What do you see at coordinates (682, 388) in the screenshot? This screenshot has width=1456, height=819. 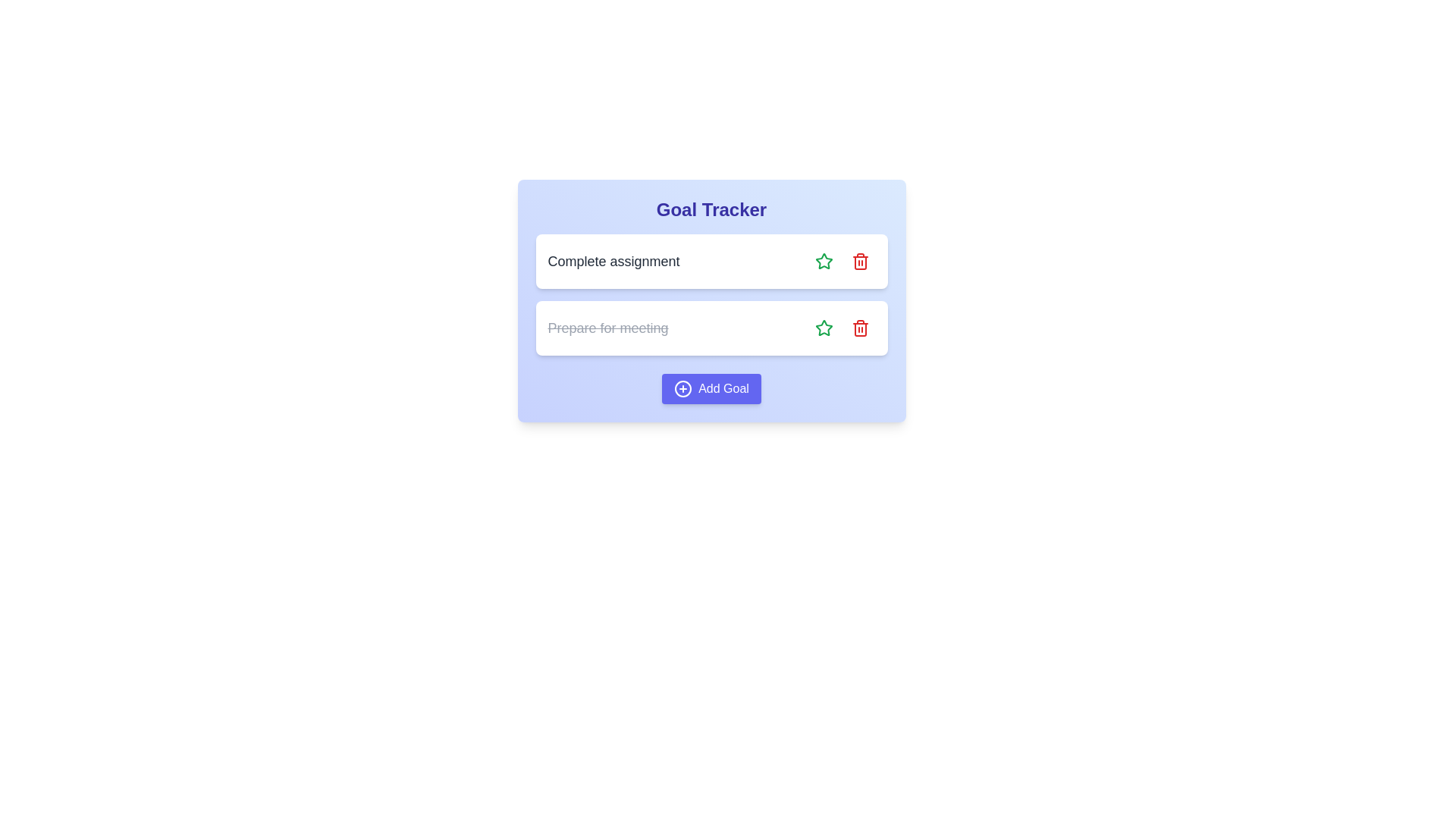 I see `the circular graphic icon with a blue background and a white outline that features a plus sign at its center, located to the left of the 'Add Goal' text within the 'Add Goal' button` at bounding box center [682, 388].